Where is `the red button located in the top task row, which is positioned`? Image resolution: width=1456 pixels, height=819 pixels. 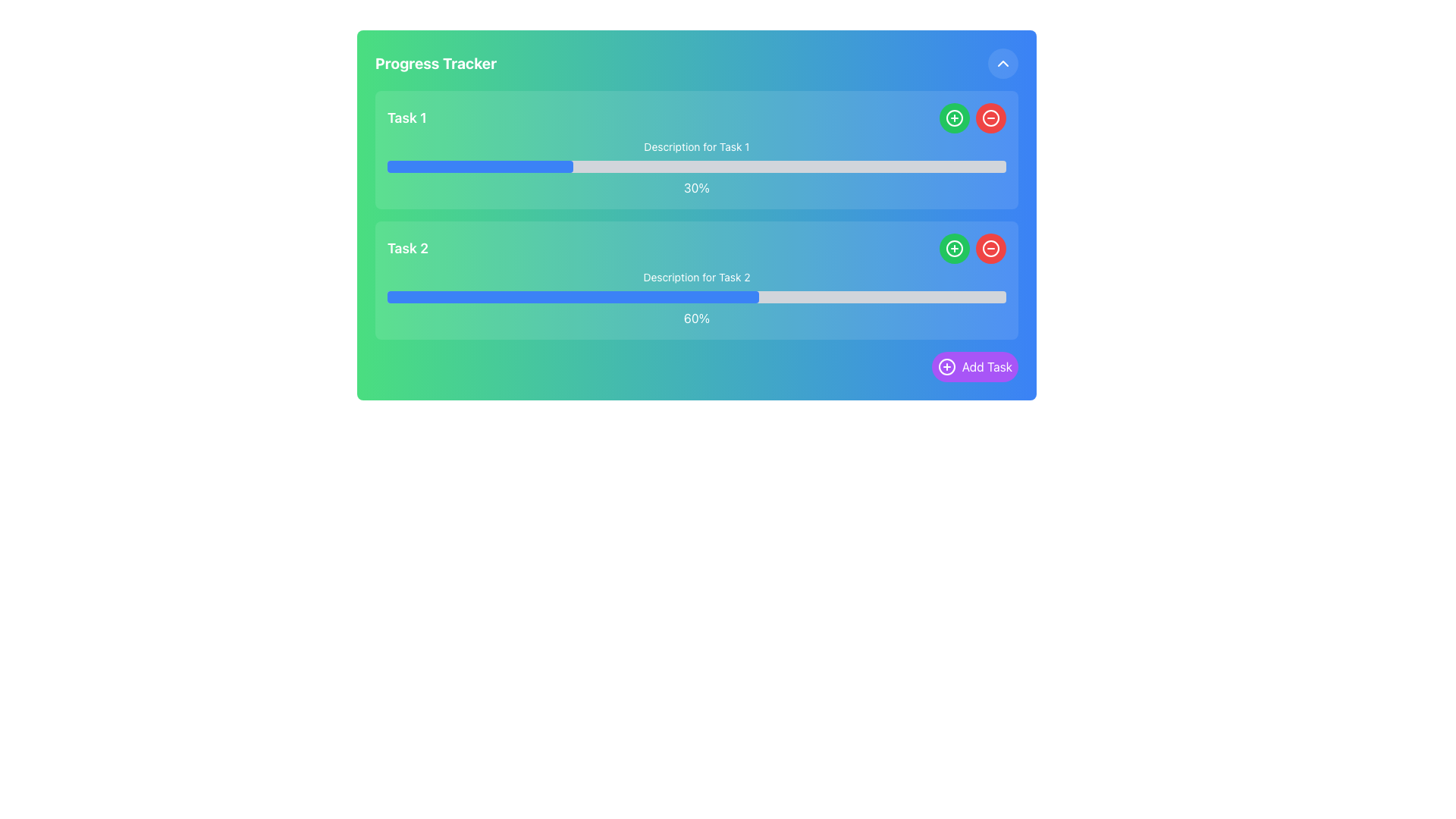 the red button located in the top task row, which is positioned is located at coordinates (990, 117).